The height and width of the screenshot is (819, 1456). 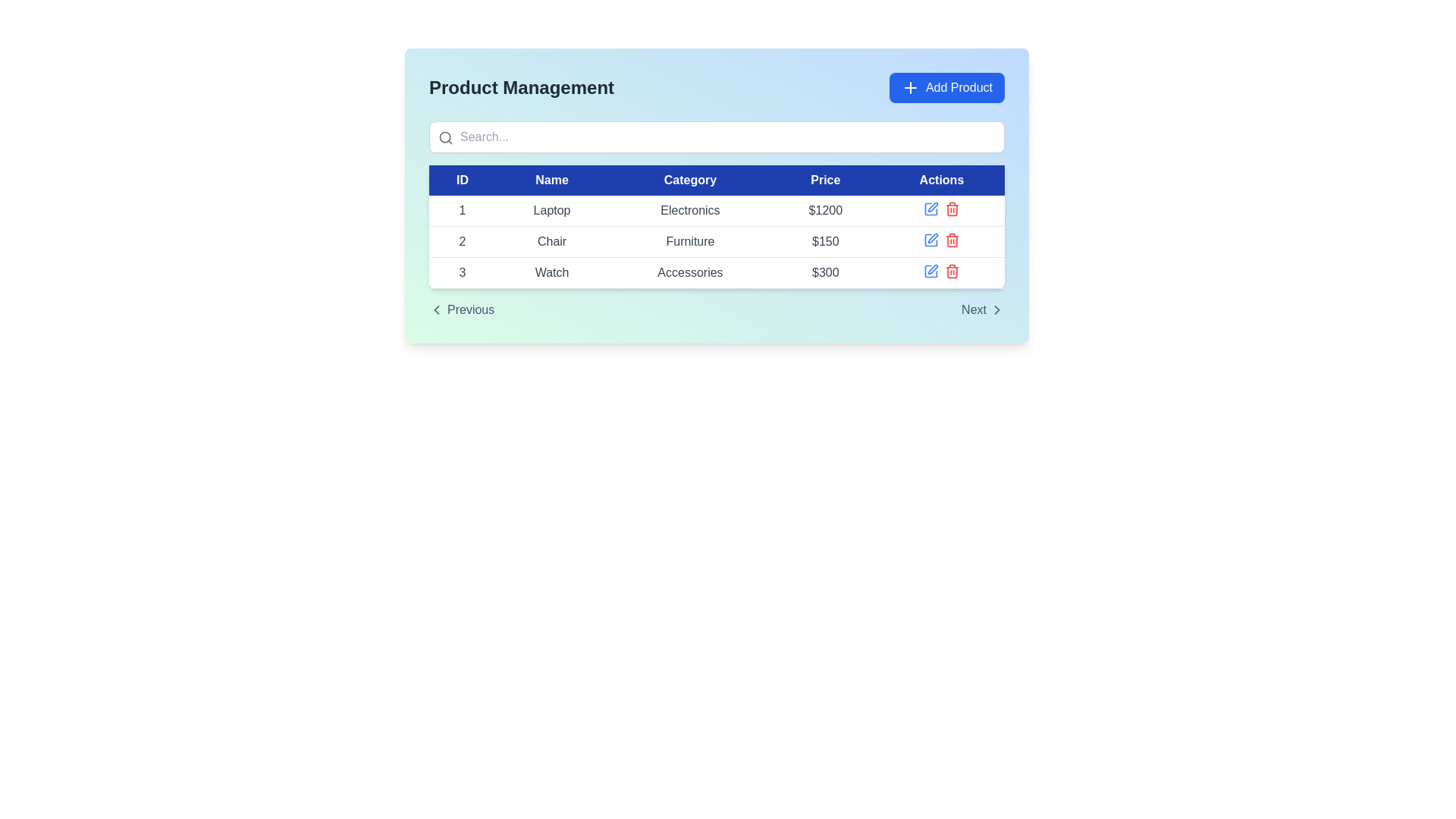 What do you see at coordinates (930, 239) in the screenshot?
I see `the edit button located in the first position of the 'Actions' column in the second row of the table to initiate an edit action` at bounding box center [930, 239].